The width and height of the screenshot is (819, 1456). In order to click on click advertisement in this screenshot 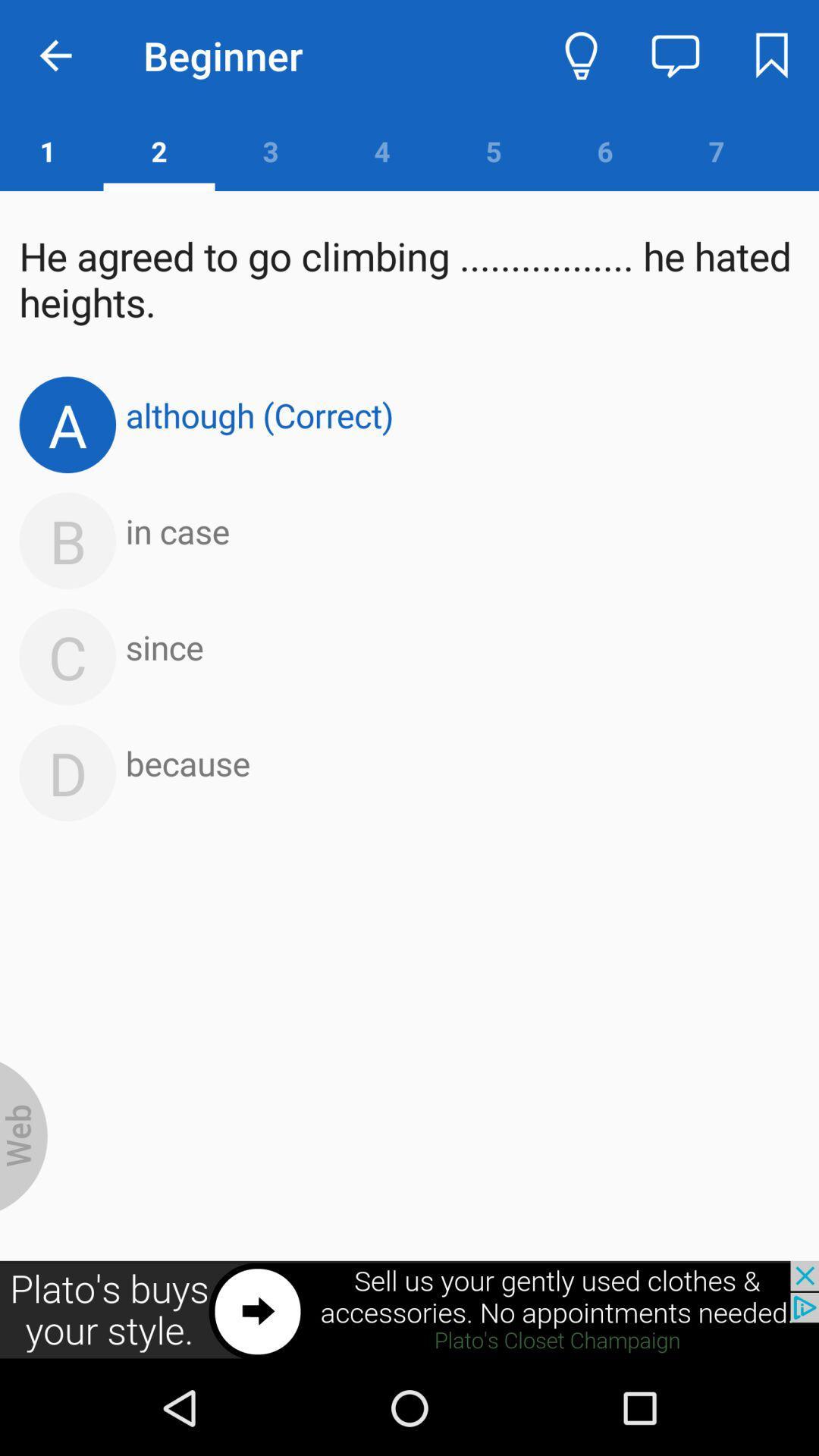, I will do `click(409, 1310)`.